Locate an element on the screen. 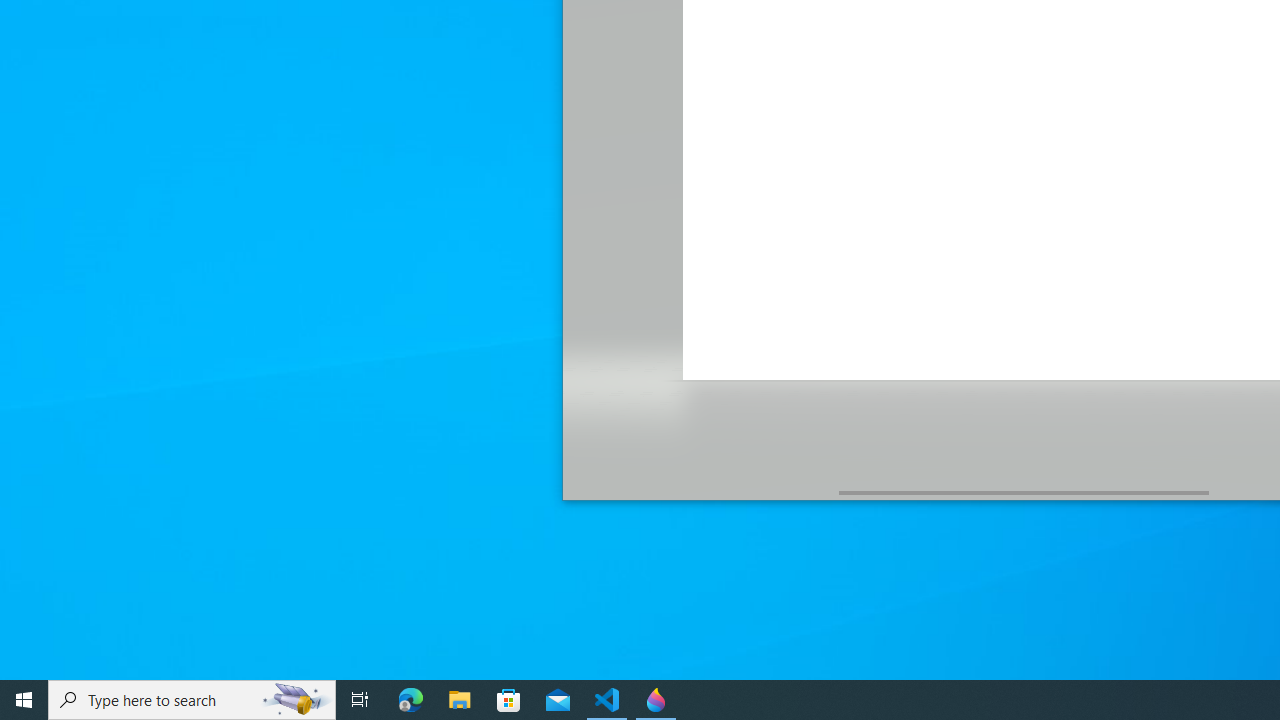 The width and height of the screenshot is (1280, 720). 'Start' is located at coordinates (24, 698).